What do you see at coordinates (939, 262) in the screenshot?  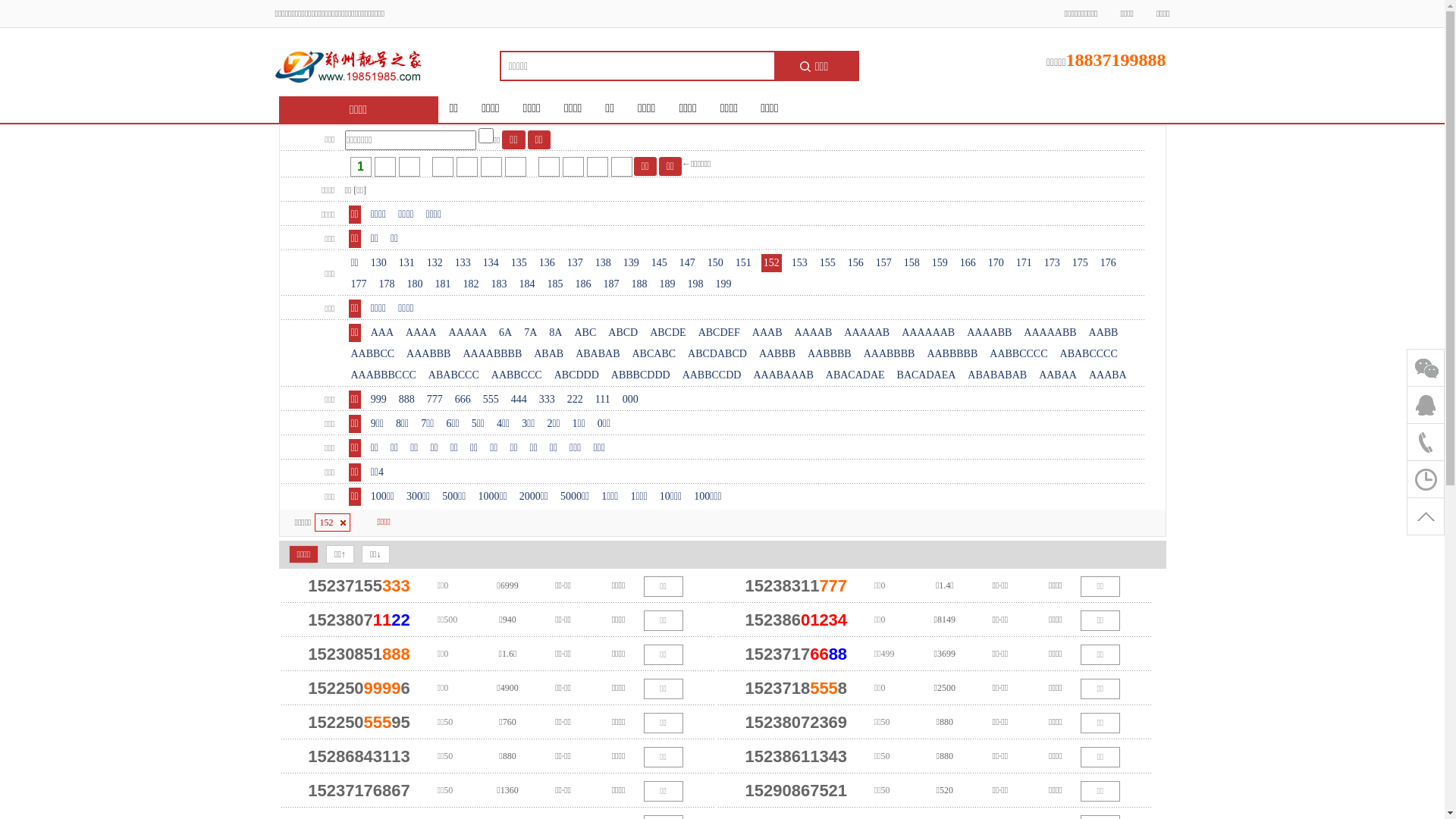 I see `'159'` at bounding box center [939, 262].